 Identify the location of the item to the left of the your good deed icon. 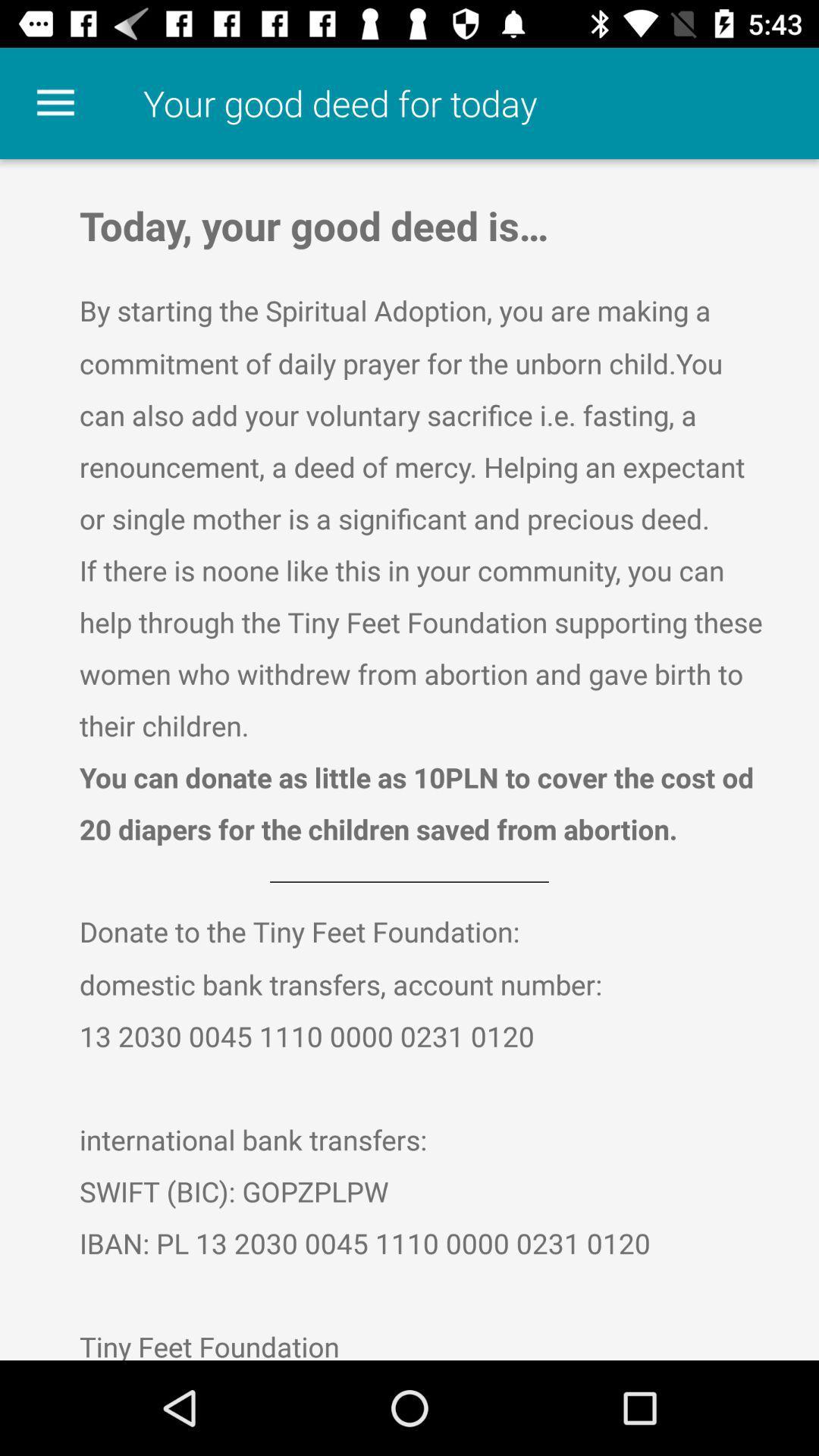
(55, 102).